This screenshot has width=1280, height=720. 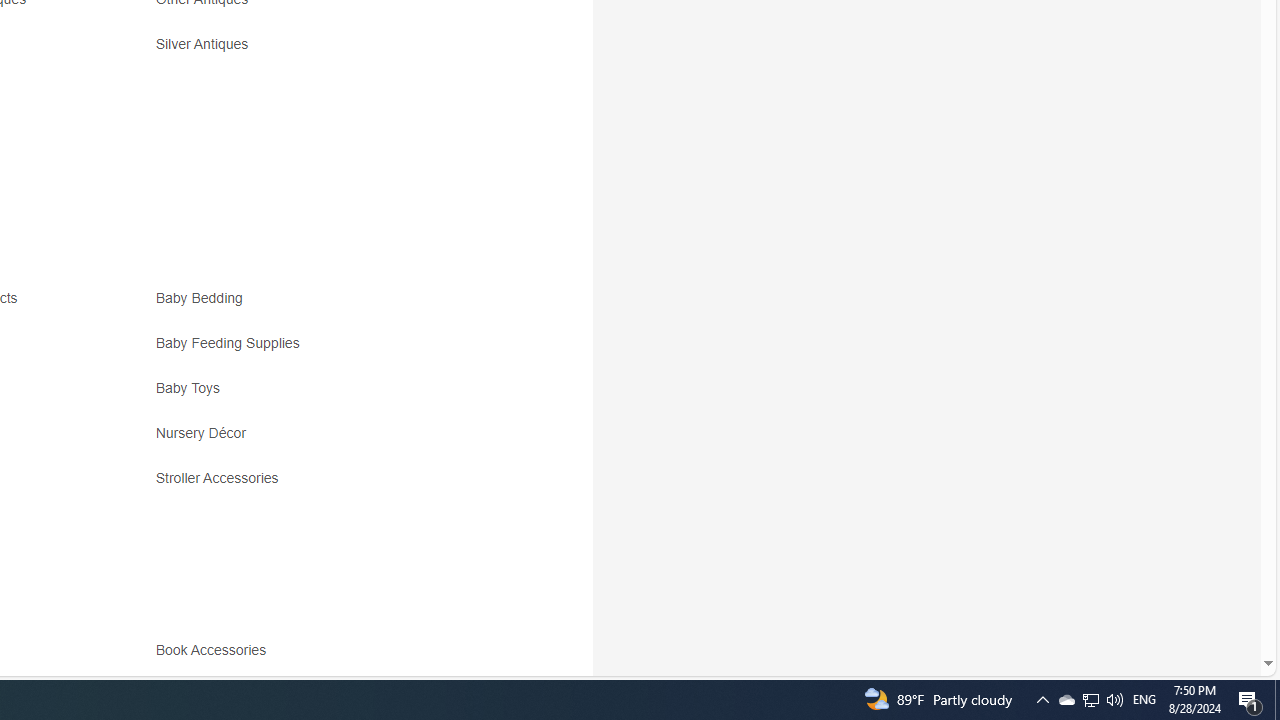 I want to click on 'Stroller Accessories', so click(x=332, y=485).